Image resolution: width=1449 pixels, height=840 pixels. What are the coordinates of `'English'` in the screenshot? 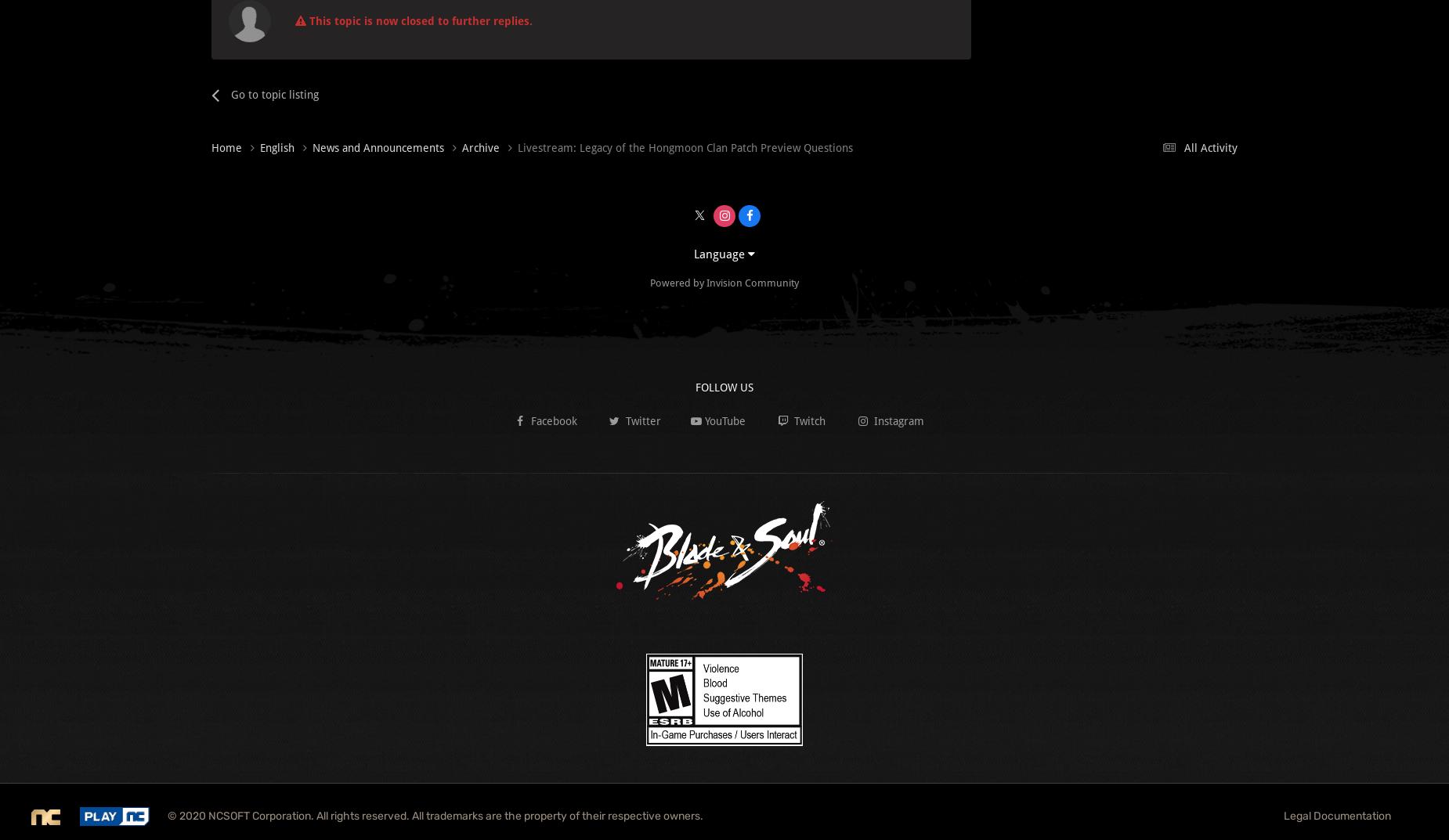 It's located at (277, 146).